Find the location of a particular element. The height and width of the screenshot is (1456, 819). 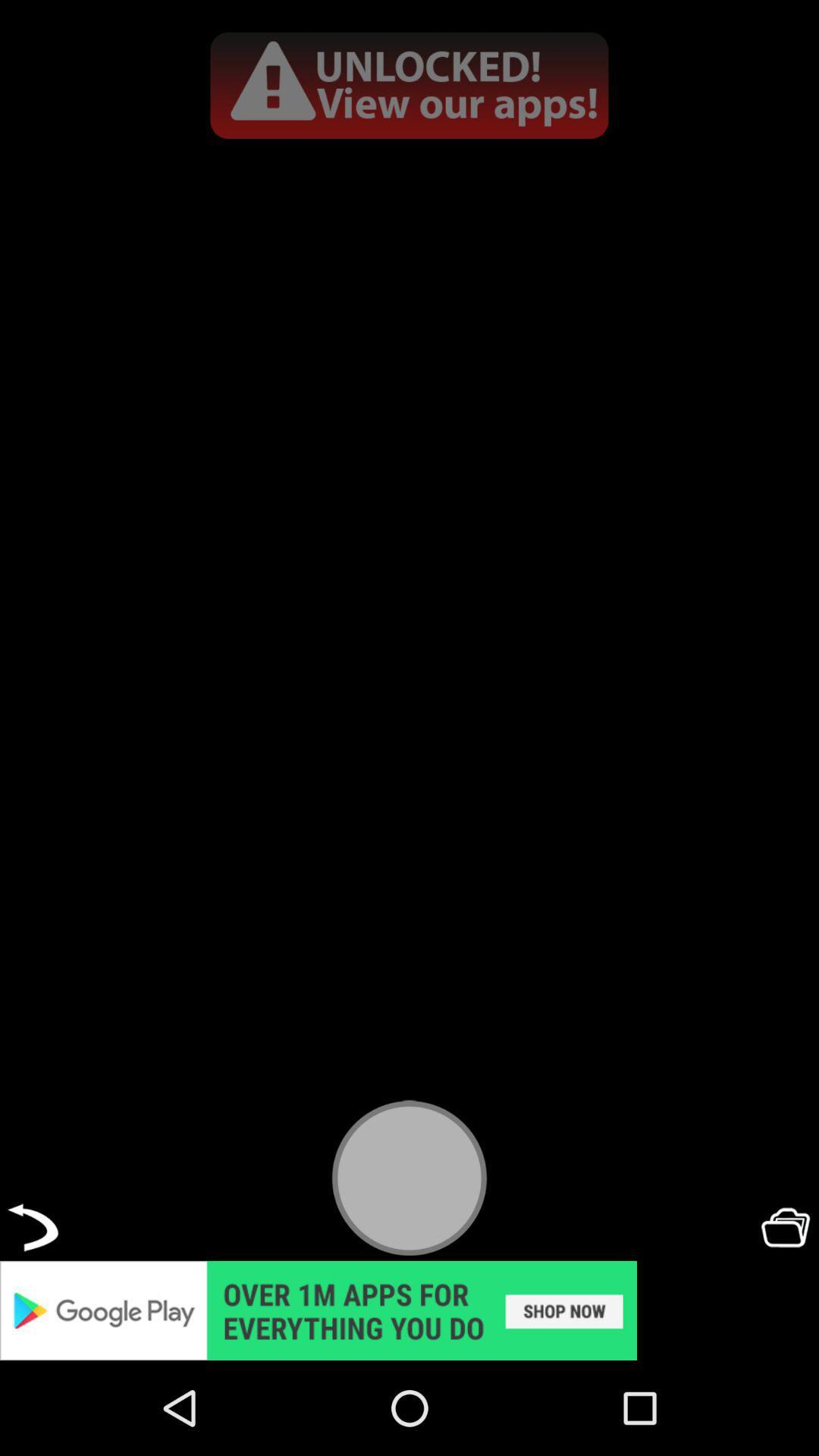

pop-up advertisement is located at coordinates (409, 1310).